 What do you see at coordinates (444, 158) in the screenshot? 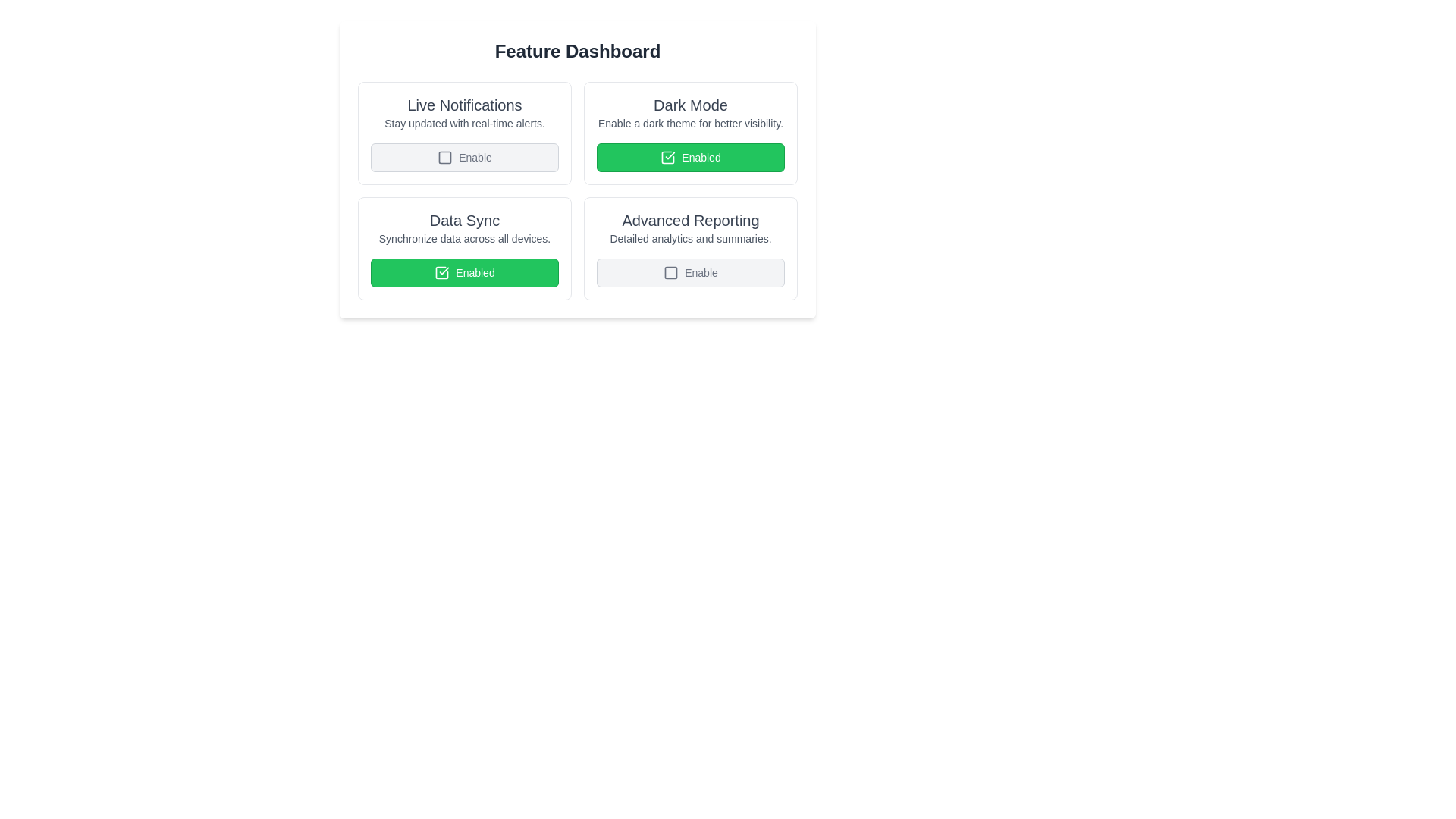
I see `the unchecked checkbox located in the top-left box of the 'Feature Dashboard' labeled 'Live Notifications' to change its state` at bounding box center [444, 158].